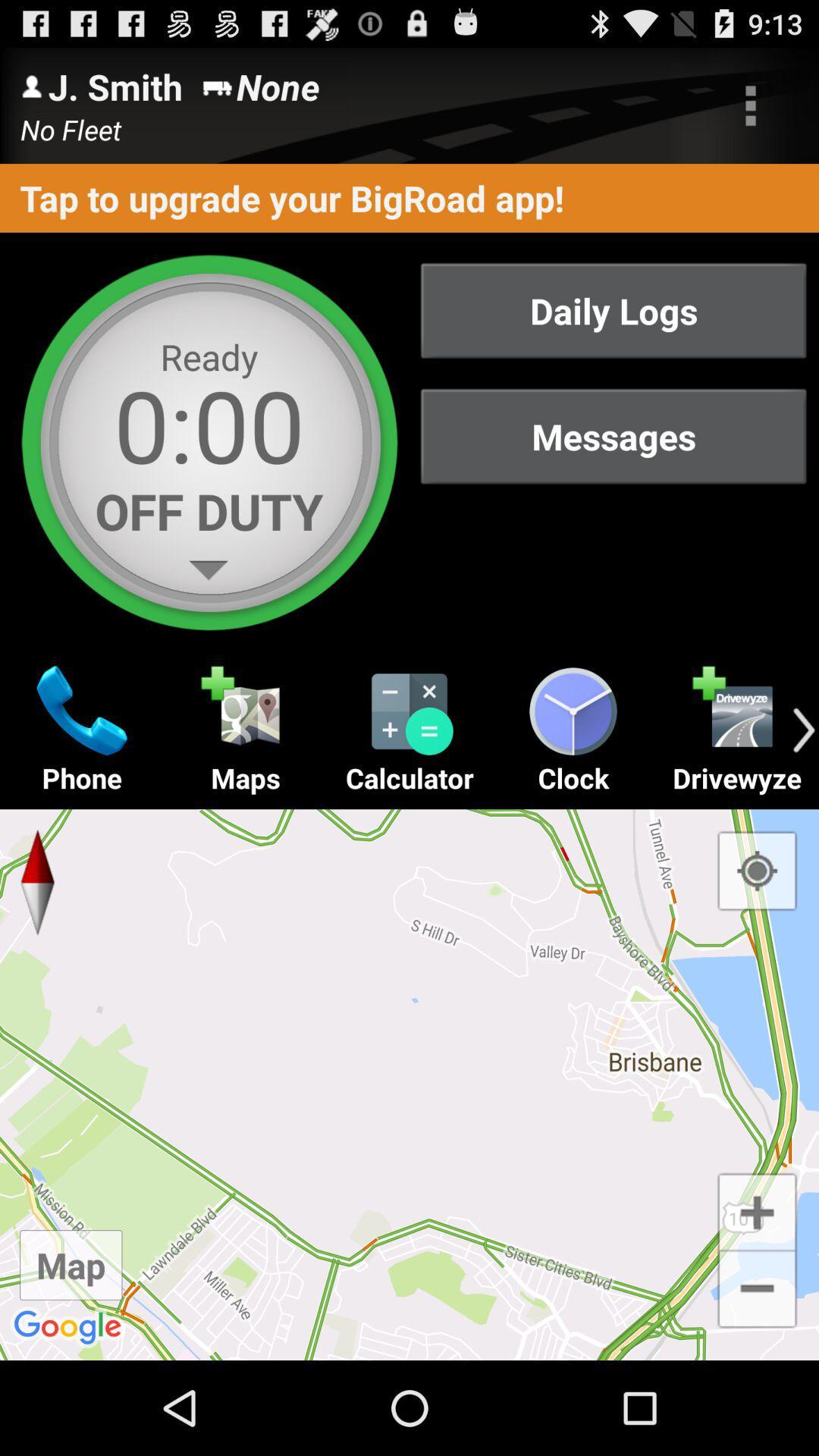  What do you see at coordinates (757, 1210) in the screenshot?
I see `map zoom in` at bounding box center [757, 1210].